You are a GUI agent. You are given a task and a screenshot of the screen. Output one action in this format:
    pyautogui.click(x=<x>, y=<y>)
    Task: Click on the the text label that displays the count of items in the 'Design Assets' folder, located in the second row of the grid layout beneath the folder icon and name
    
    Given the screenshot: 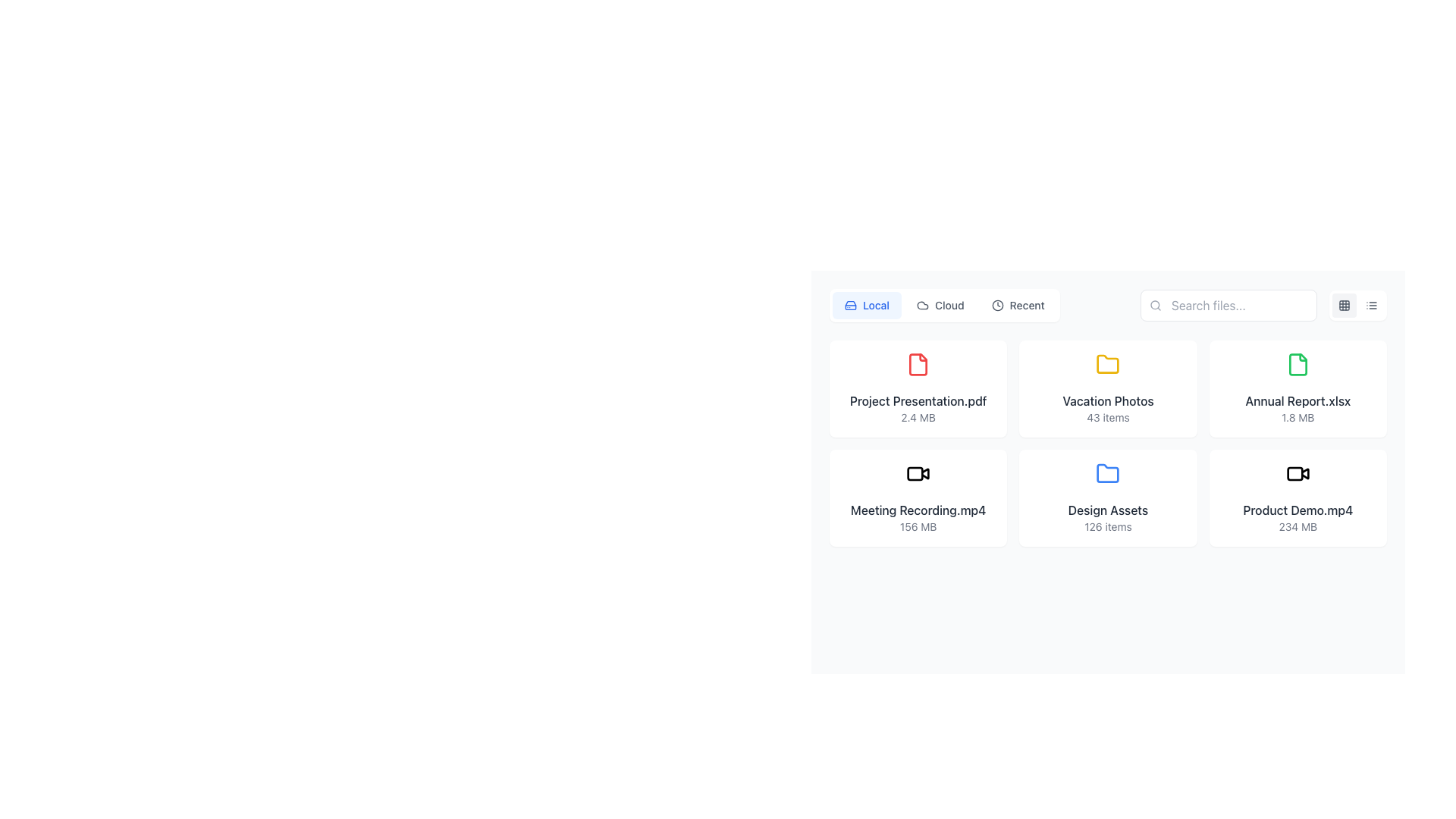 What is the action you would take?
    pyautogui.click(x=1108, y=526)
    